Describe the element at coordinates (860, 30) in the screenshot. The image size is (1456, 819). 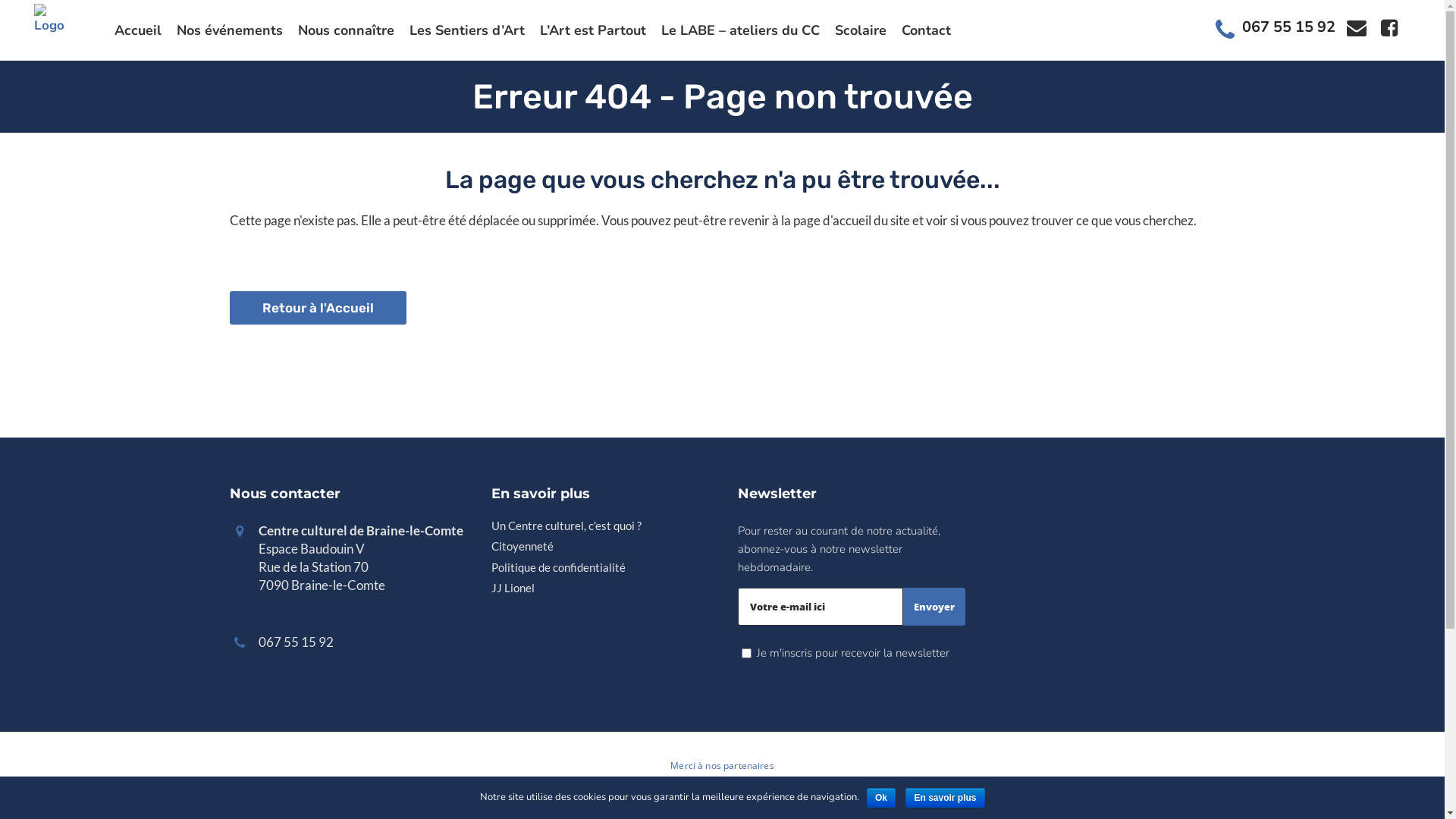
I see `'Scolaire'` at that location.